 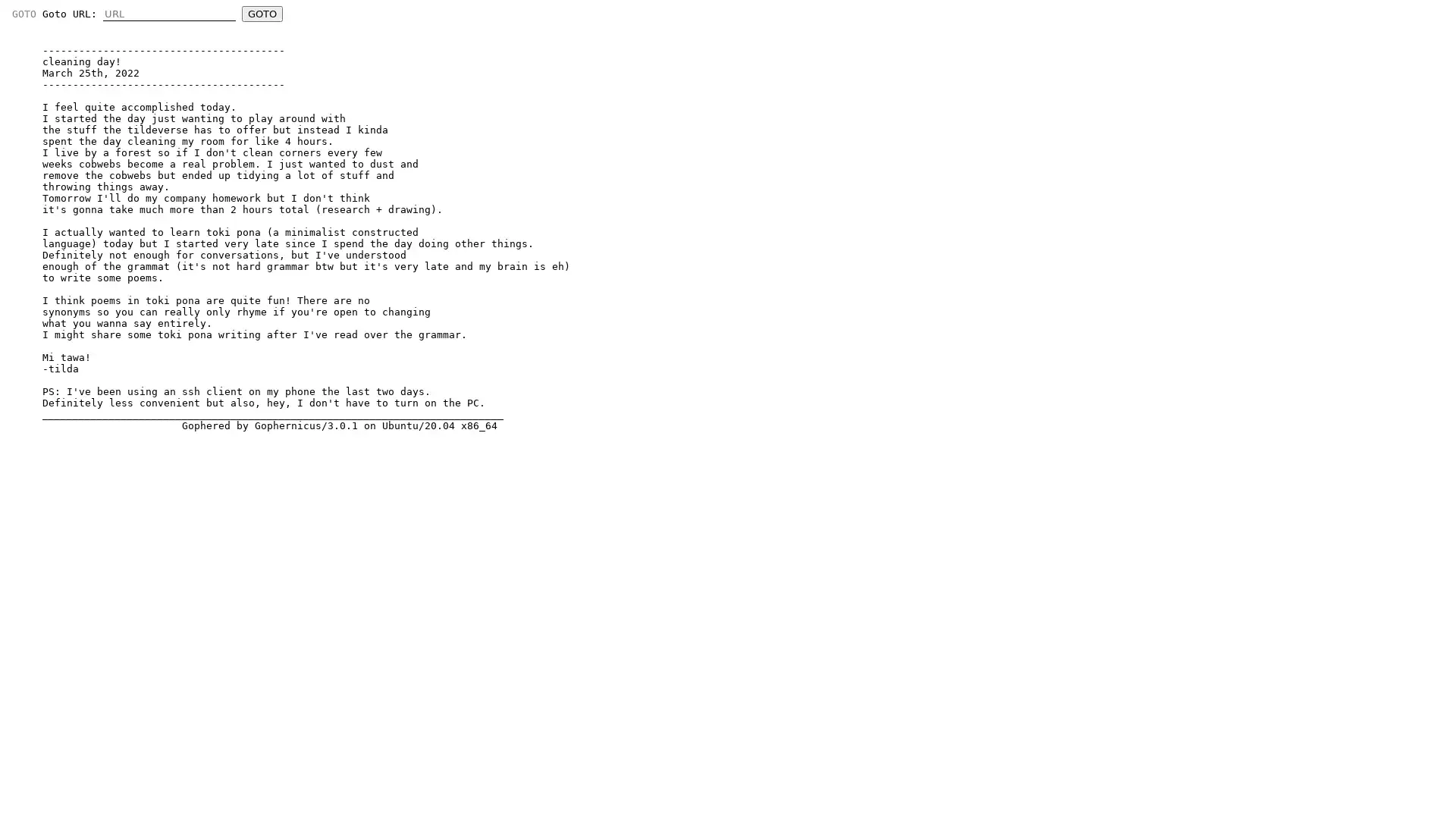 I want to click on GOTO, so click(x=262, y=14).